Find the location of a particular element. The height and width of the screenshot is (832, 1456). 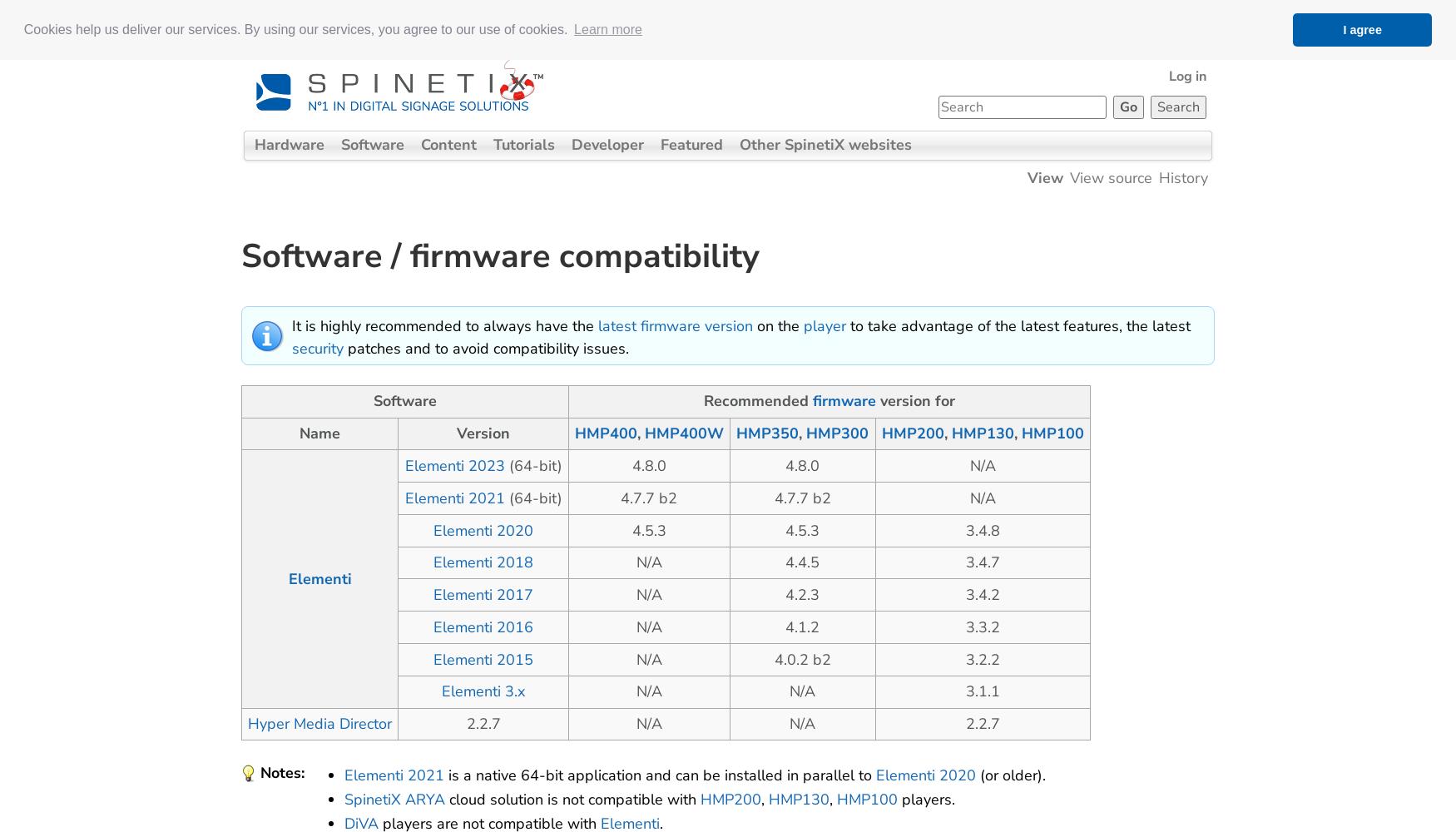

'Elementi 2023' is located at coordinates (404, 465).